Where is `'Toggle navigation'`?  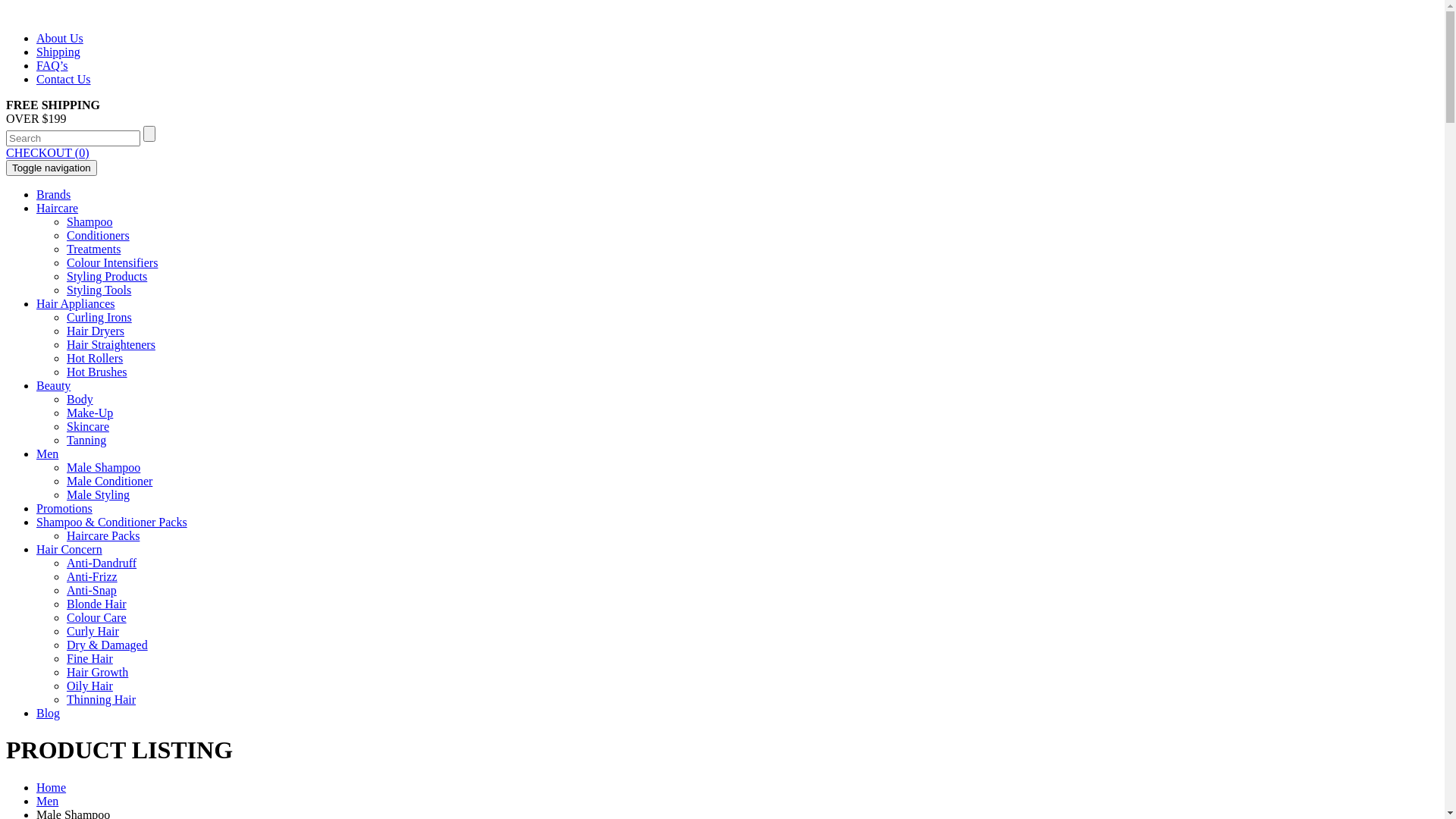 'Toggle navigation' is located at coordinates (51, 168).